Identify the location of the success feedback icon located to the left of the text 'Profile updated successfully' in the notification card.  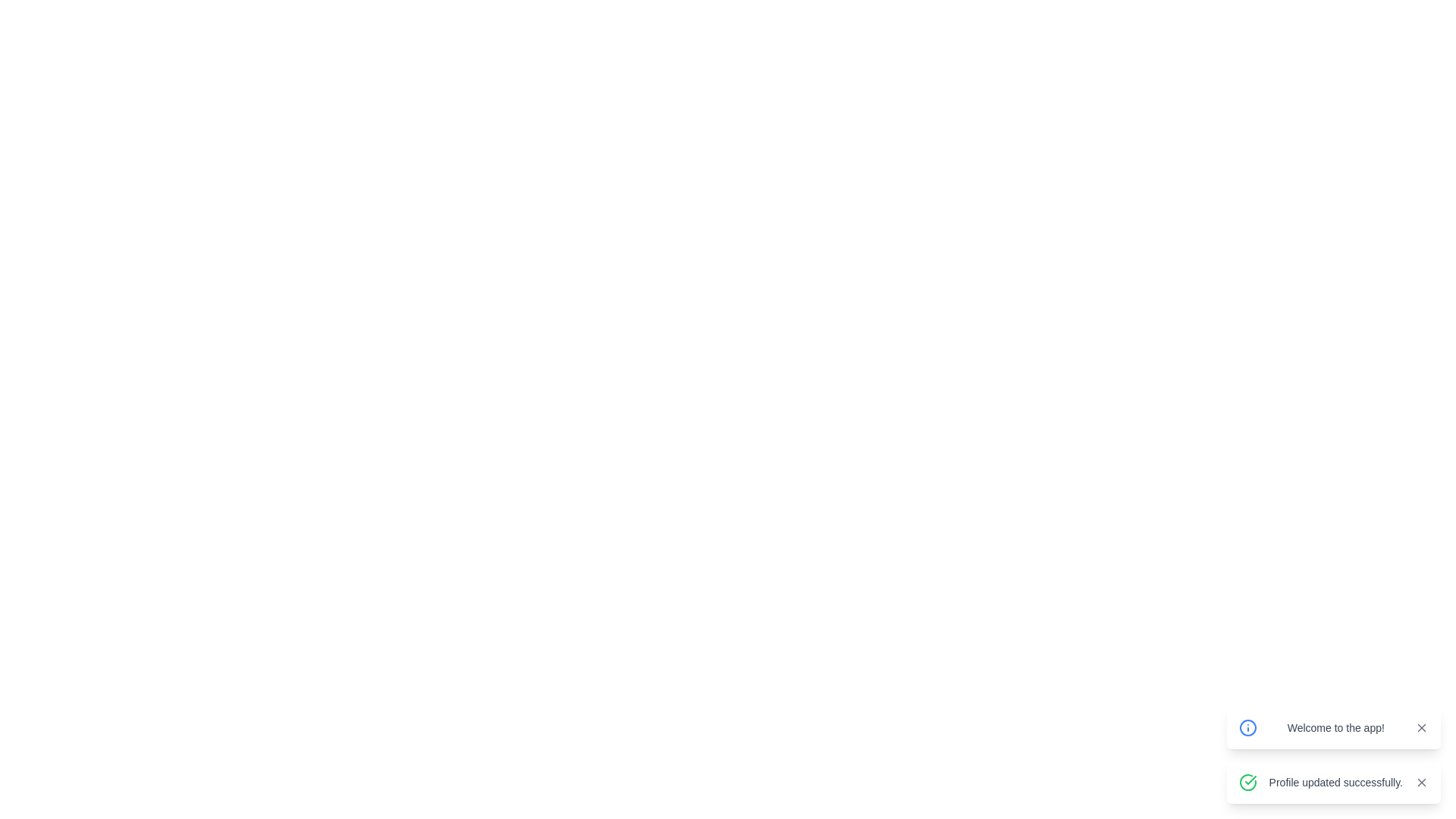
(1247, 783).